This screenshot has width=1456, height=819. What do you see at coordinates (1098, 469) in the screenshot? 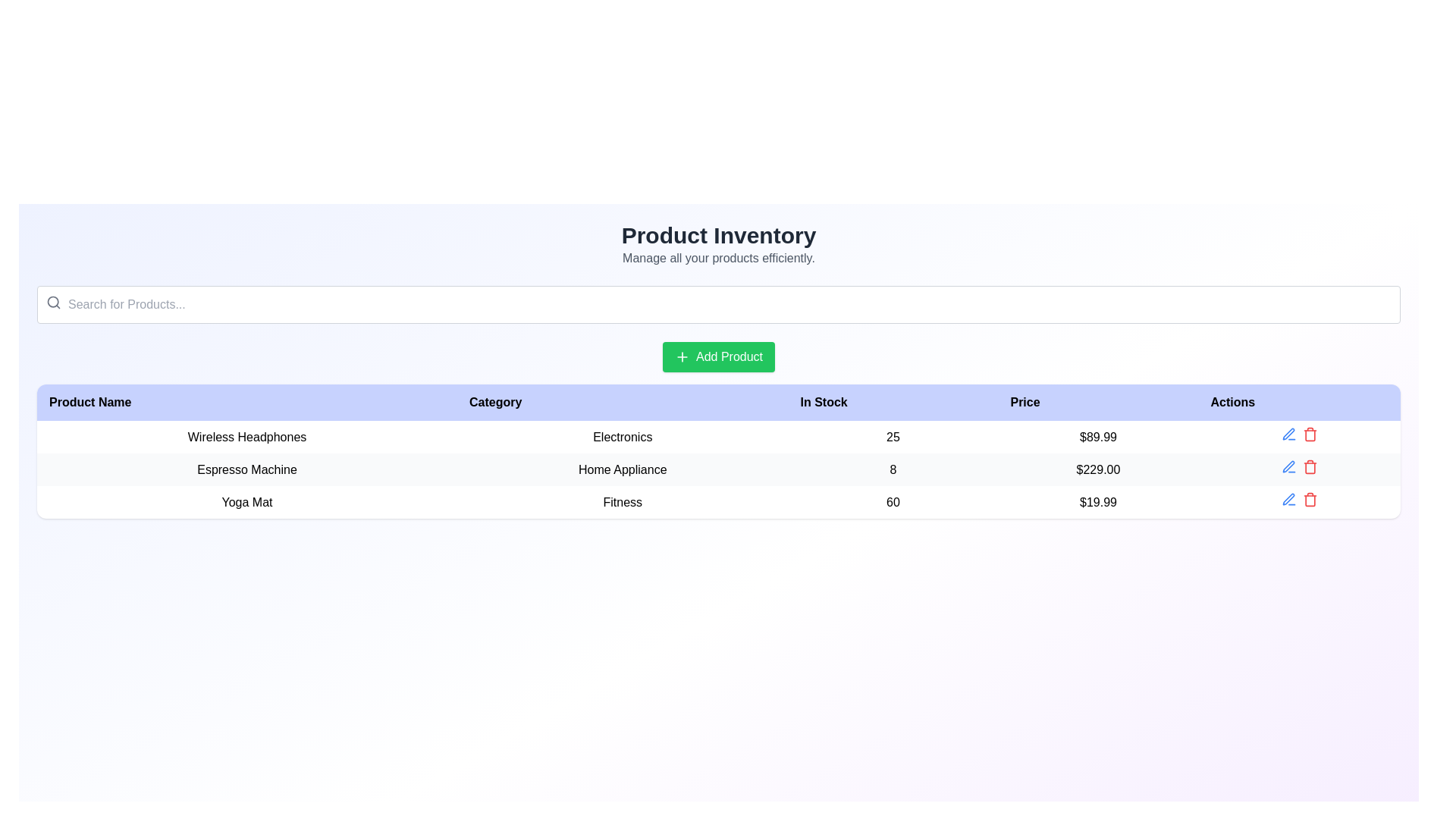
I see `the text label displaying the price value "$229.00" located in the fourth column of the second row of the table layout` at bounding box center [1098, 469].